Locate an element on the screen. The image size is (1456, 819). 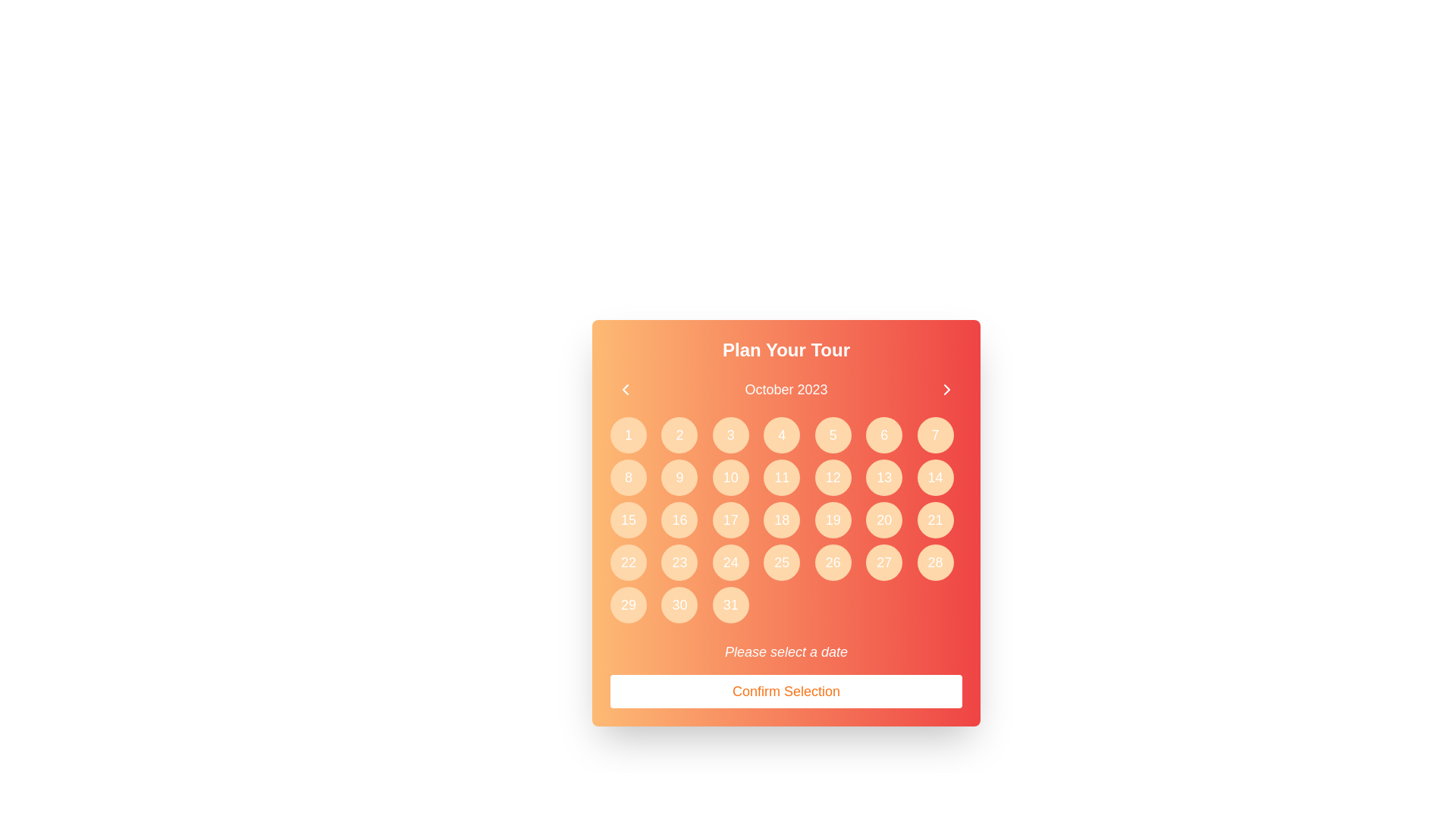
the title text display indicating the currently selected month and year in the calendar interface is located at coordinates (786, 388).